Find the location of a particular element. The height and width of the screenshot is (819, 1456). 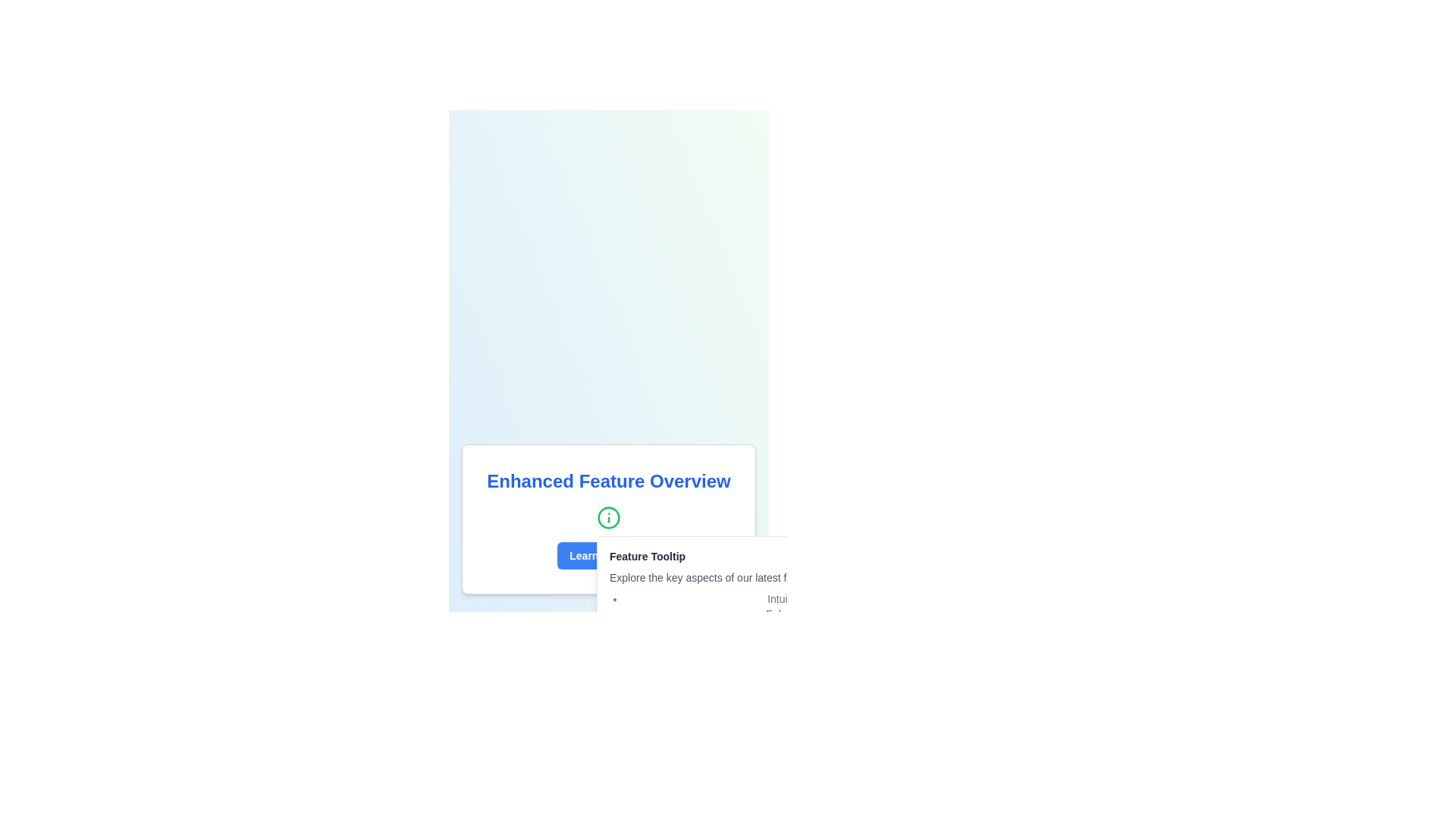

the circular graphical marker outlined in green, located below the 'Enhanced Feature Overview' heading and above the 'Learn More' button is located at coordinates (608, 519).